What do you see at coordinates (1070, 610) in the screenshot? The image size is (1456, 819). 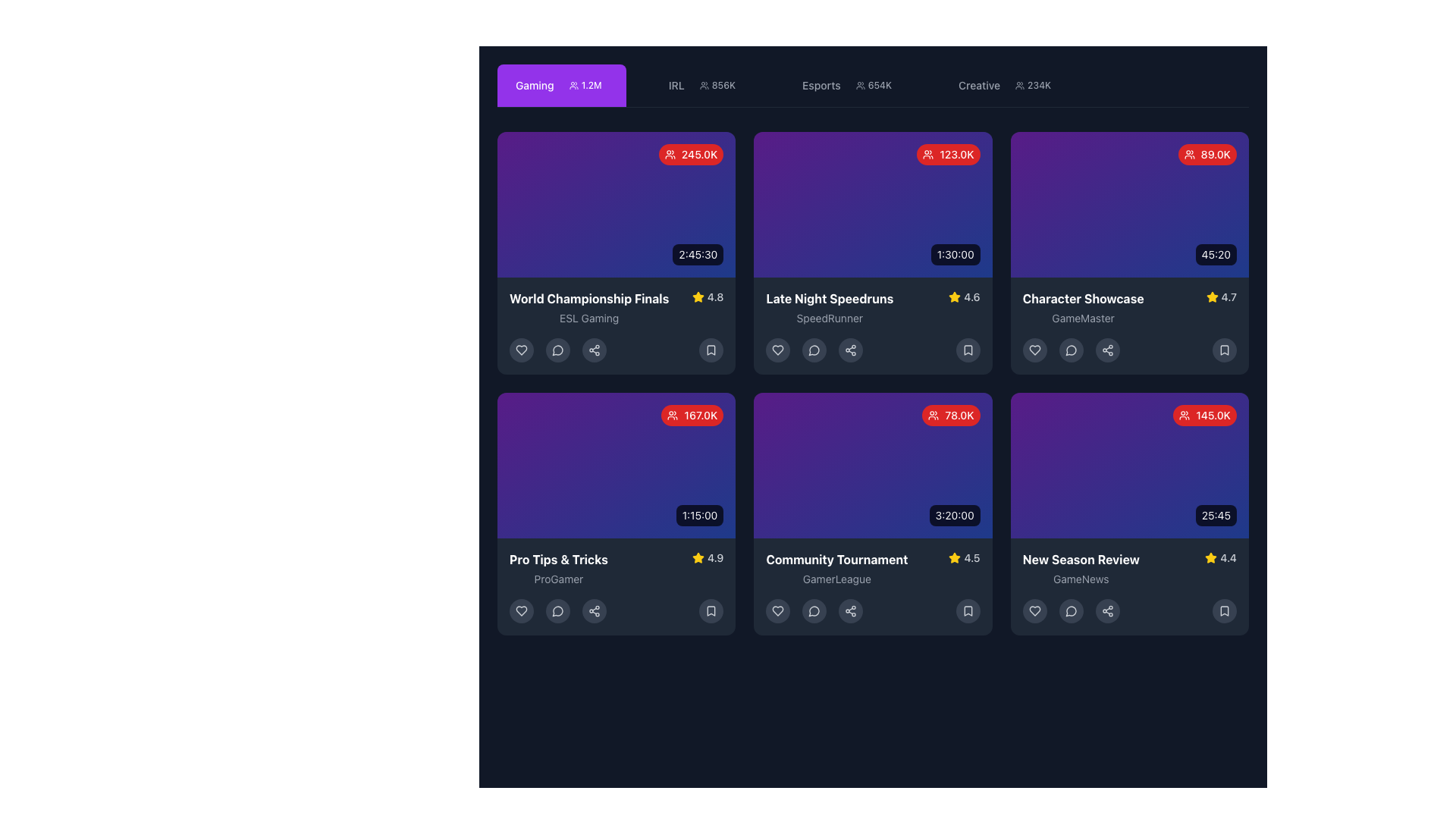 I see `the comment button located in the footer of the 'New Season Review' tile, which is the third button in a horizontal arrangement of four buttons` at bounding box center [1070, 610].